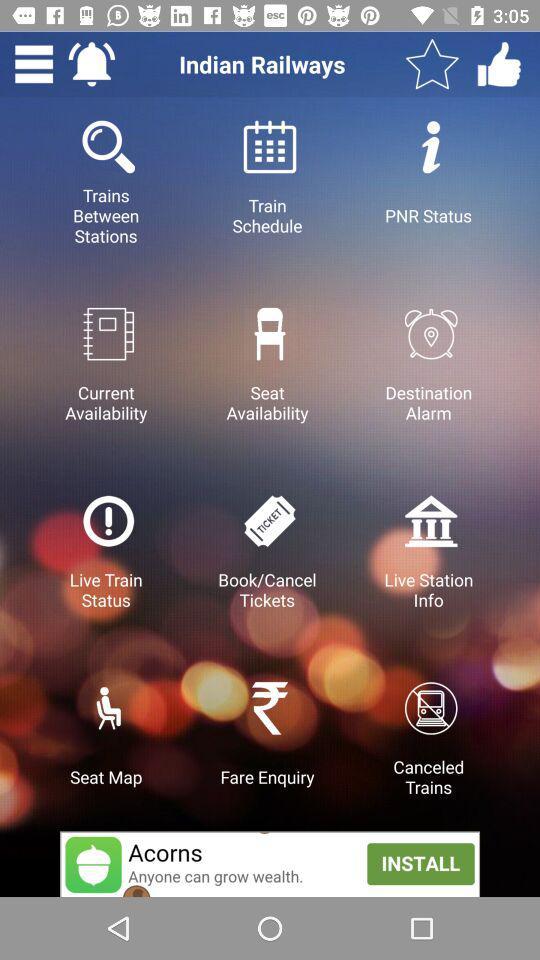  Describe the element at coordinates (431, 64) in the screenshot. I see `bookmark this page` at that location.